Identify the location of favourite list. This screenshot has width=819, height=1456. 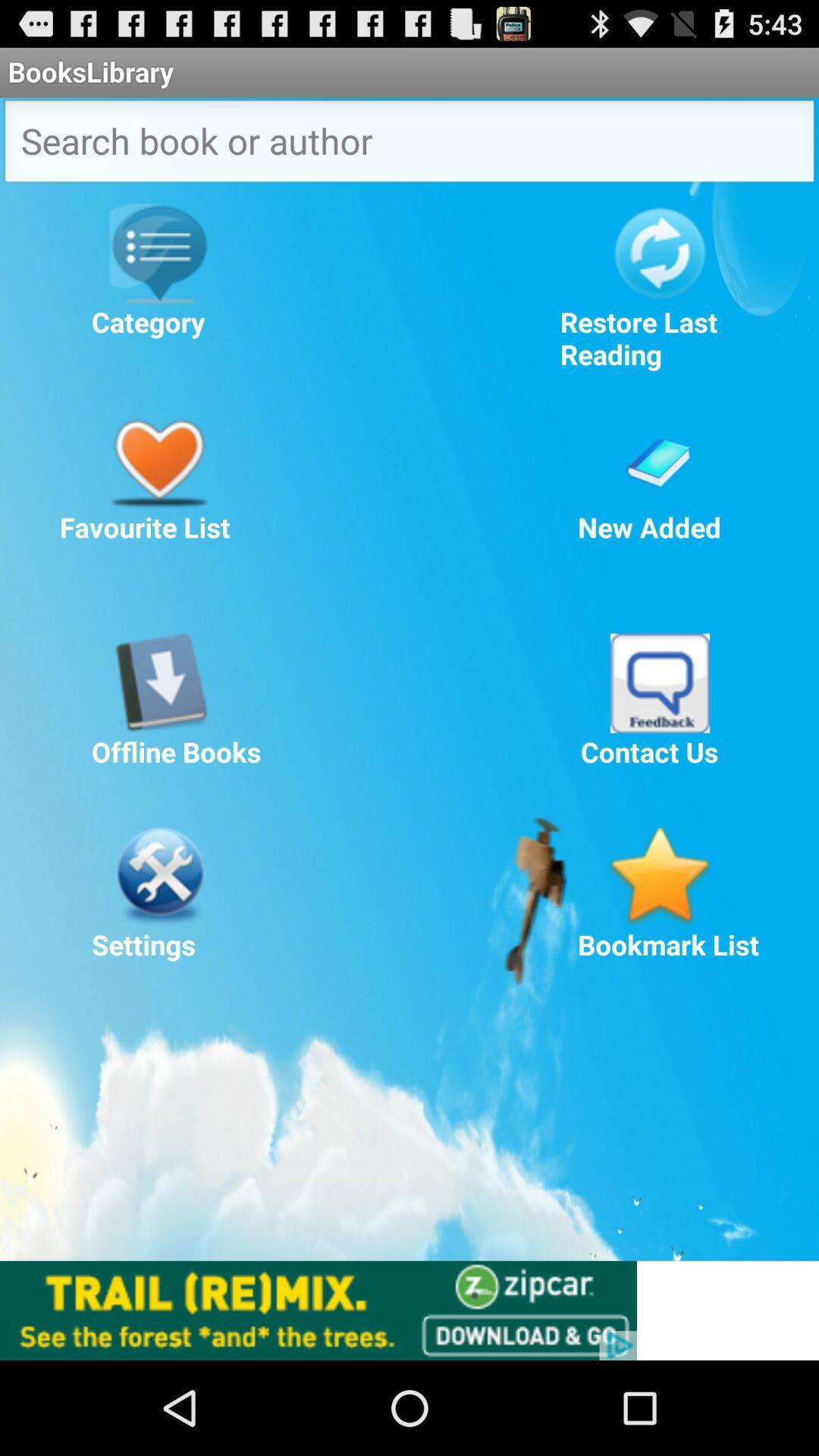
(158, 457).